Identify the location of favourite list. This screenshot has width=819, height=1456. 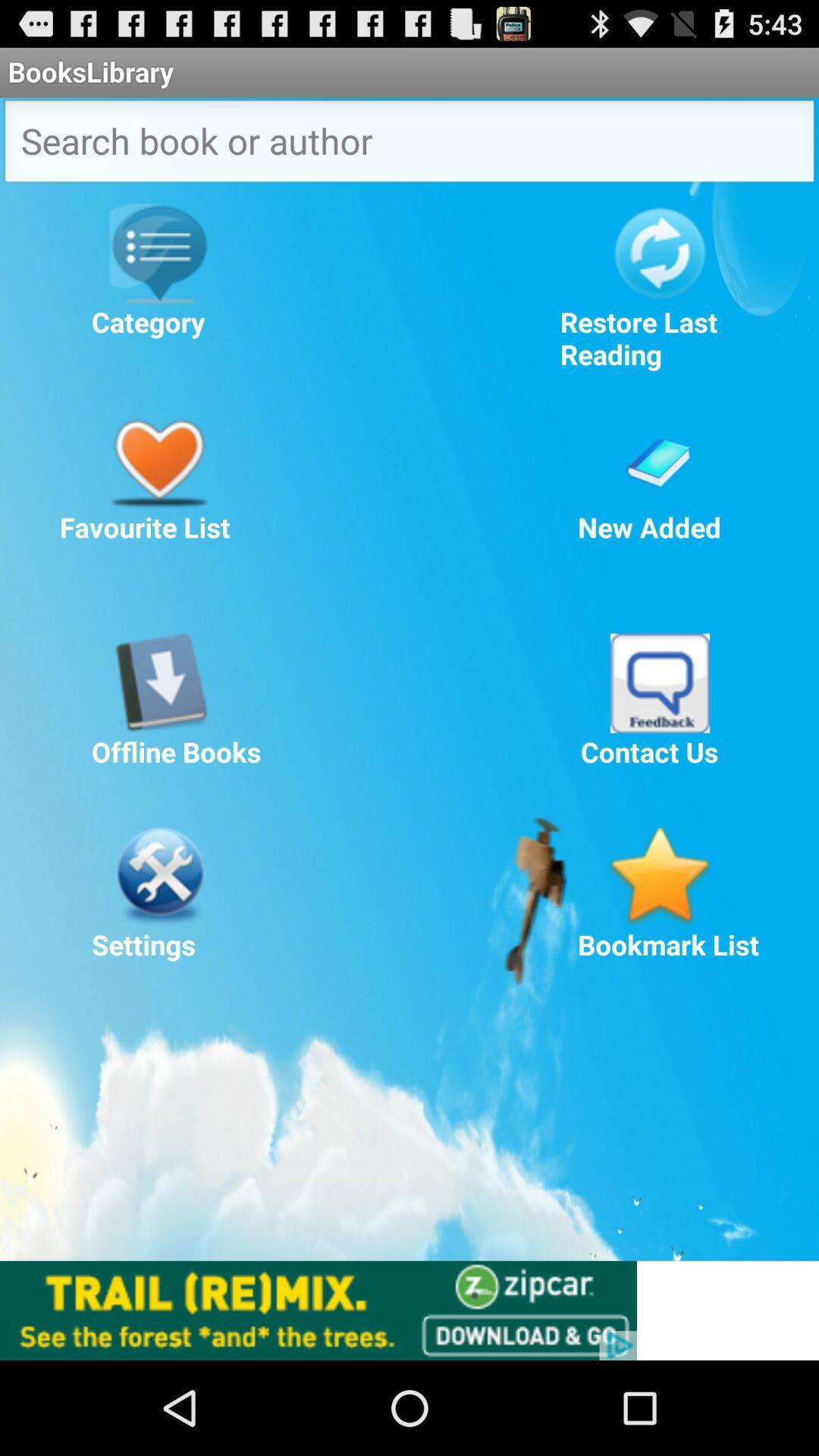
(158, 457).